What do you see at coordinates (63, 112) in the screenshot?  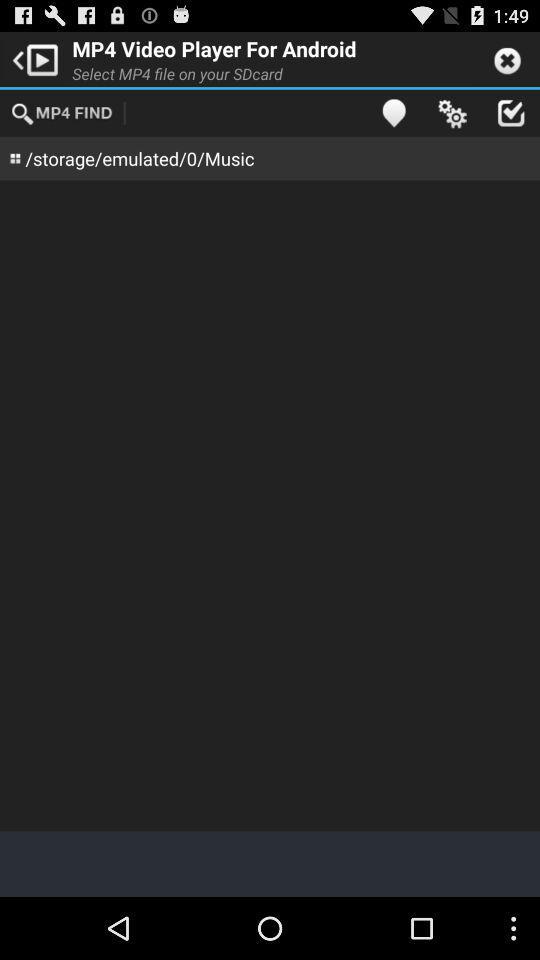 I see `item above storage emulated 0` at bounding box center [63, 112].